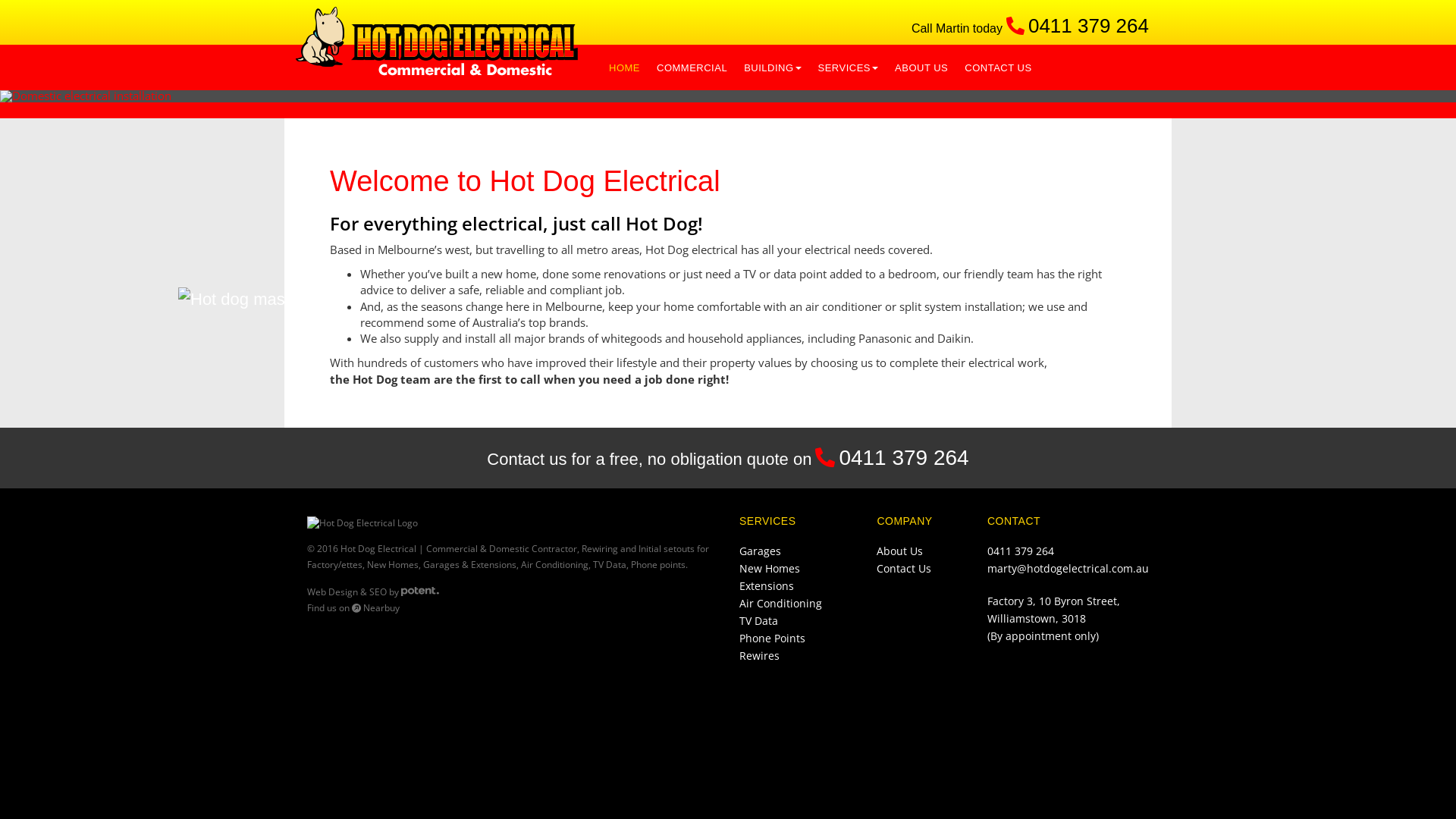 This screenshot has height=819, width=1456. Describe the element at coordinates (760, 551) in the screenshot. I see `'Garages'` at that location.